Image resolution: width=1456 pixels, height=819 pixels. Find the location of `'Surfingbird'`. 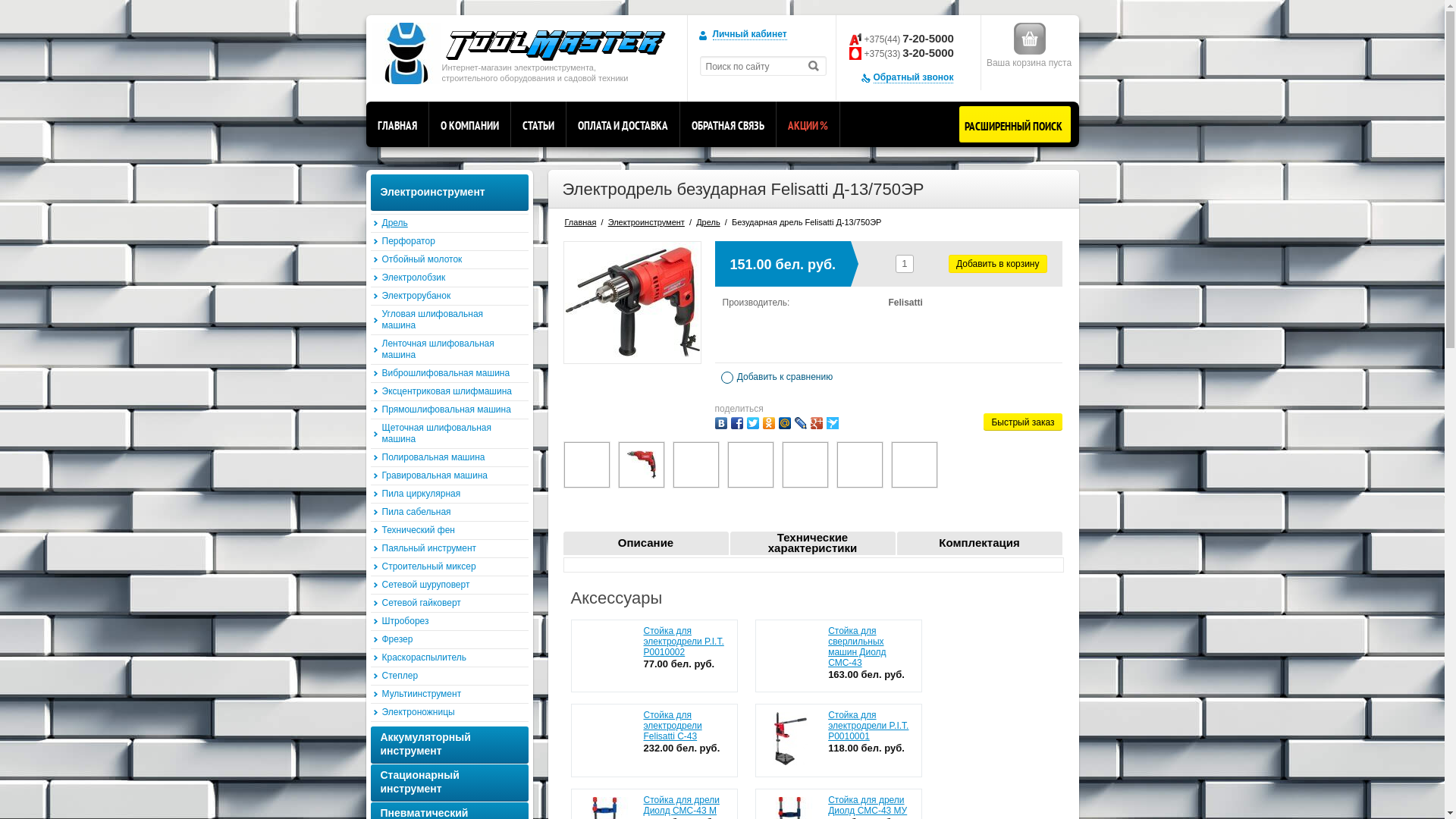

'Surfingbird' is located at coordinates (832, 423).